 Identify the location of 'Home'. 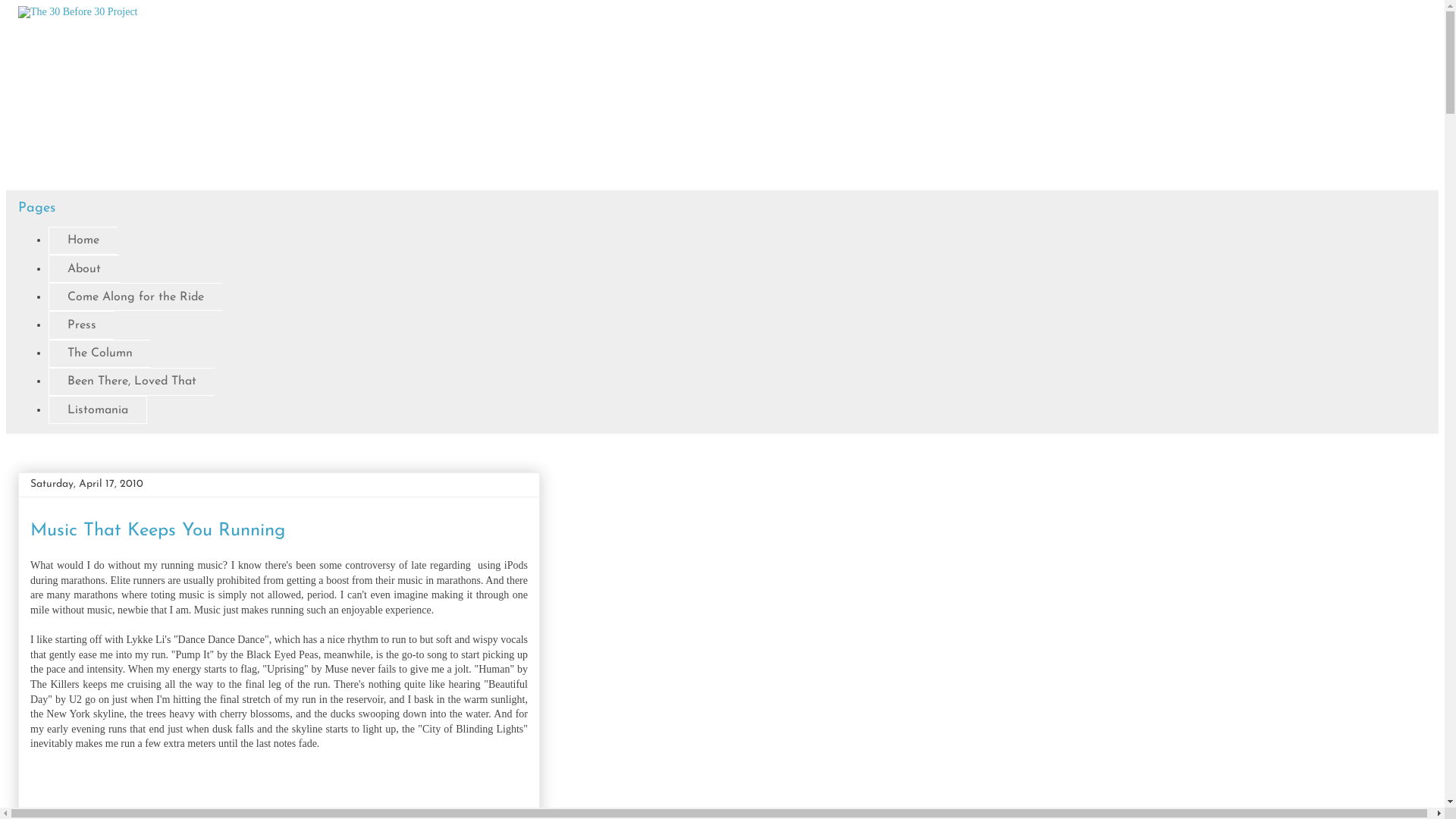
(82, 240).